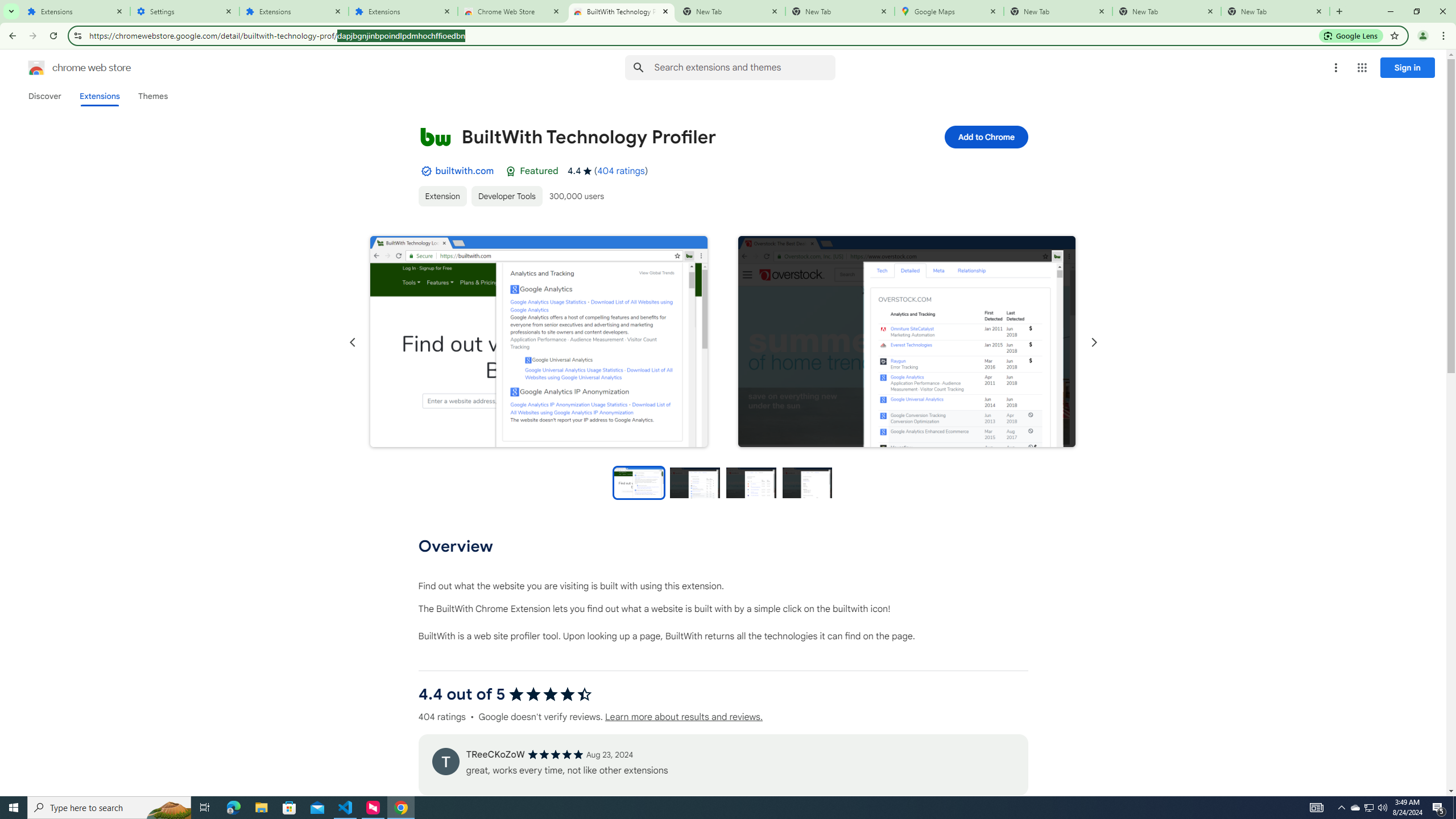 Image resolution: width=1456 pixels, height=819 pixels. Describe the element at coordinates (538, 341) in the screenshot. I see `'Item media 1 screenshot'` at that location.